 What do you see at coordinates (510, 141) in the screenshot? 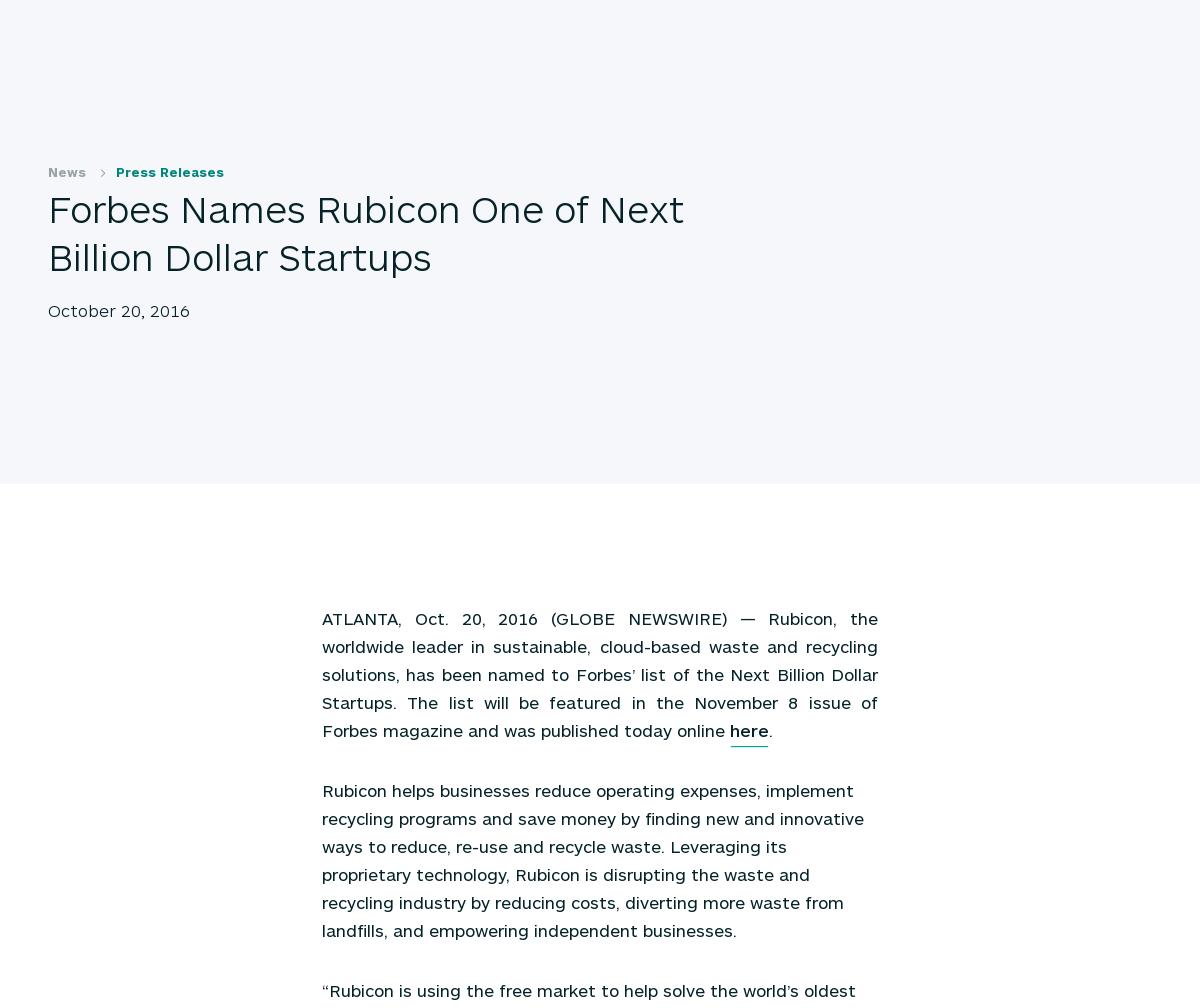
I see `'November 1, 2016'` at bounding box center [510, 141].